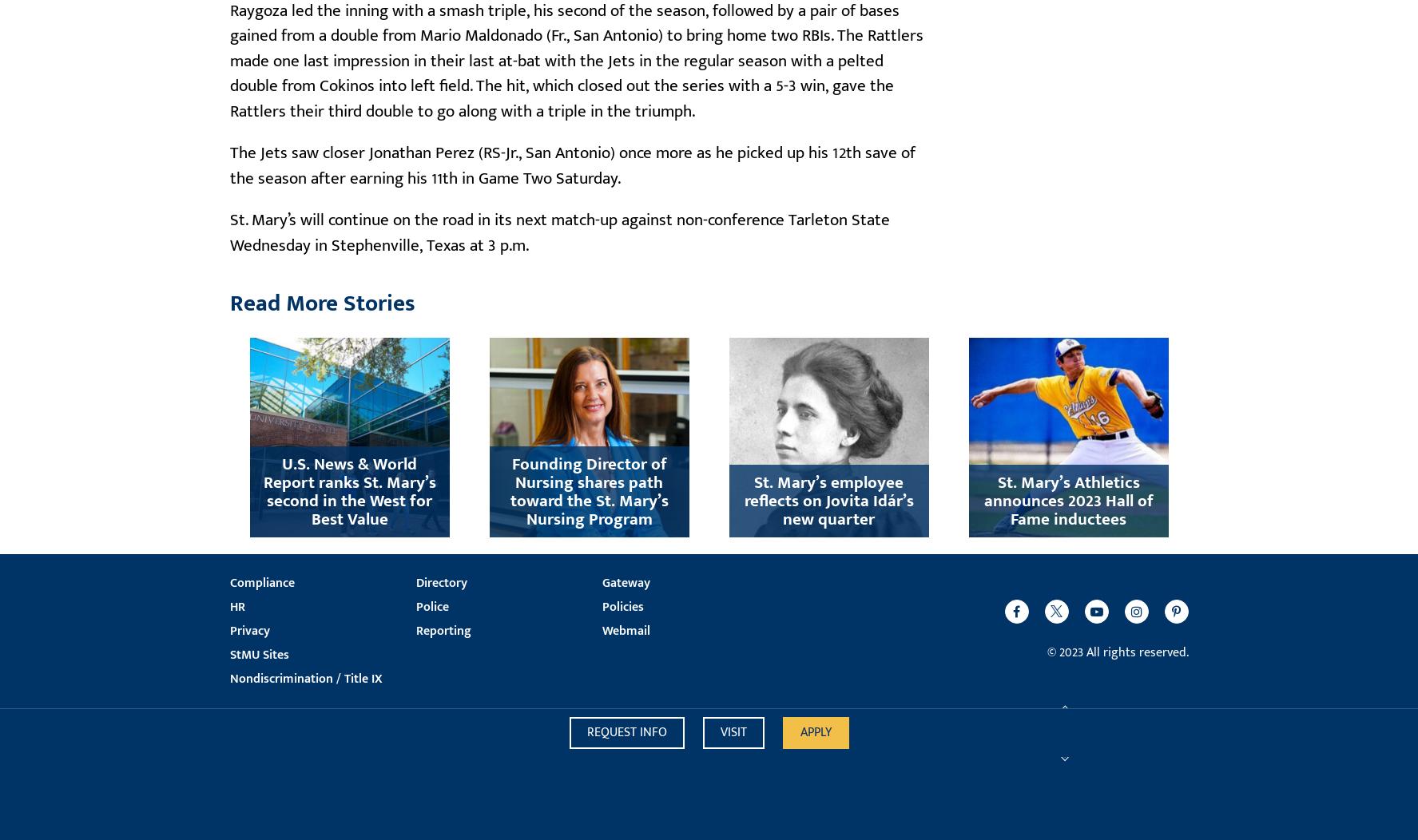 The image size is (1418, 840). Describe the element at coordinates (814, 732) in the screenshot. I see `'Apply'` at that location.